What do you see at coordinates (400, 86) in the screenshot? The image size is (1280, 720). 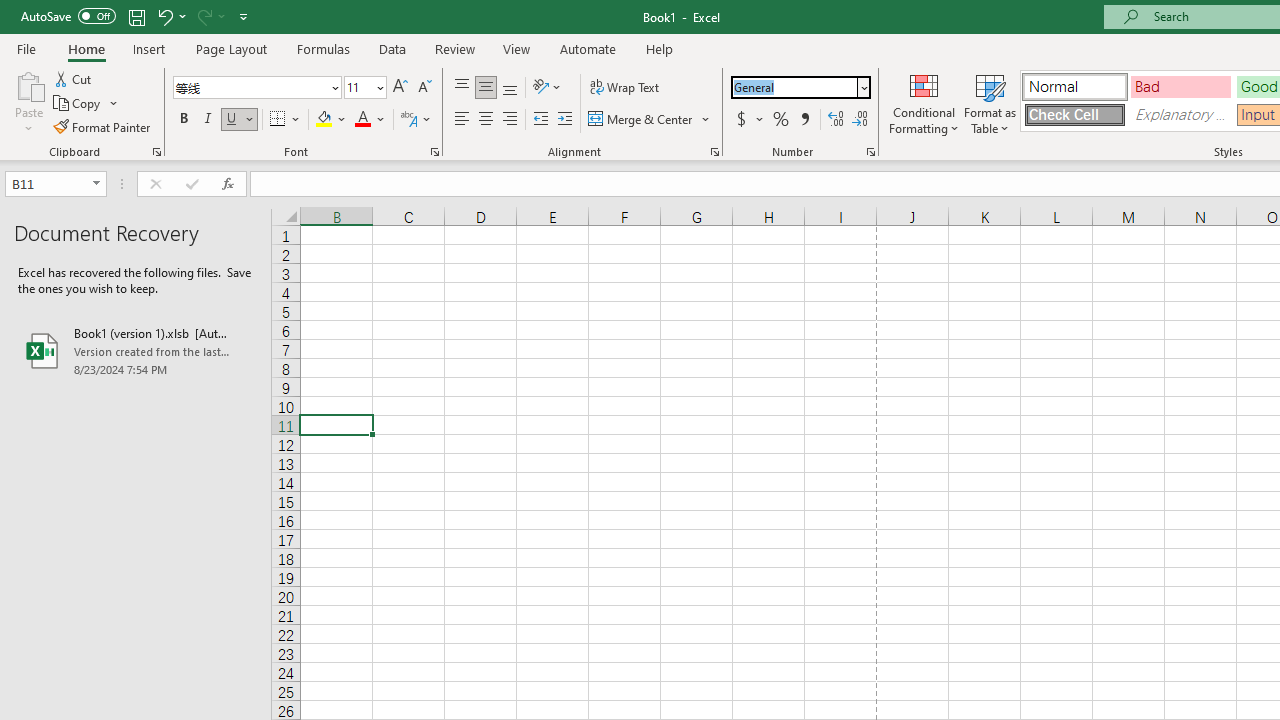 I see `'Increase Font Size'` at bounding box center [400, 86].